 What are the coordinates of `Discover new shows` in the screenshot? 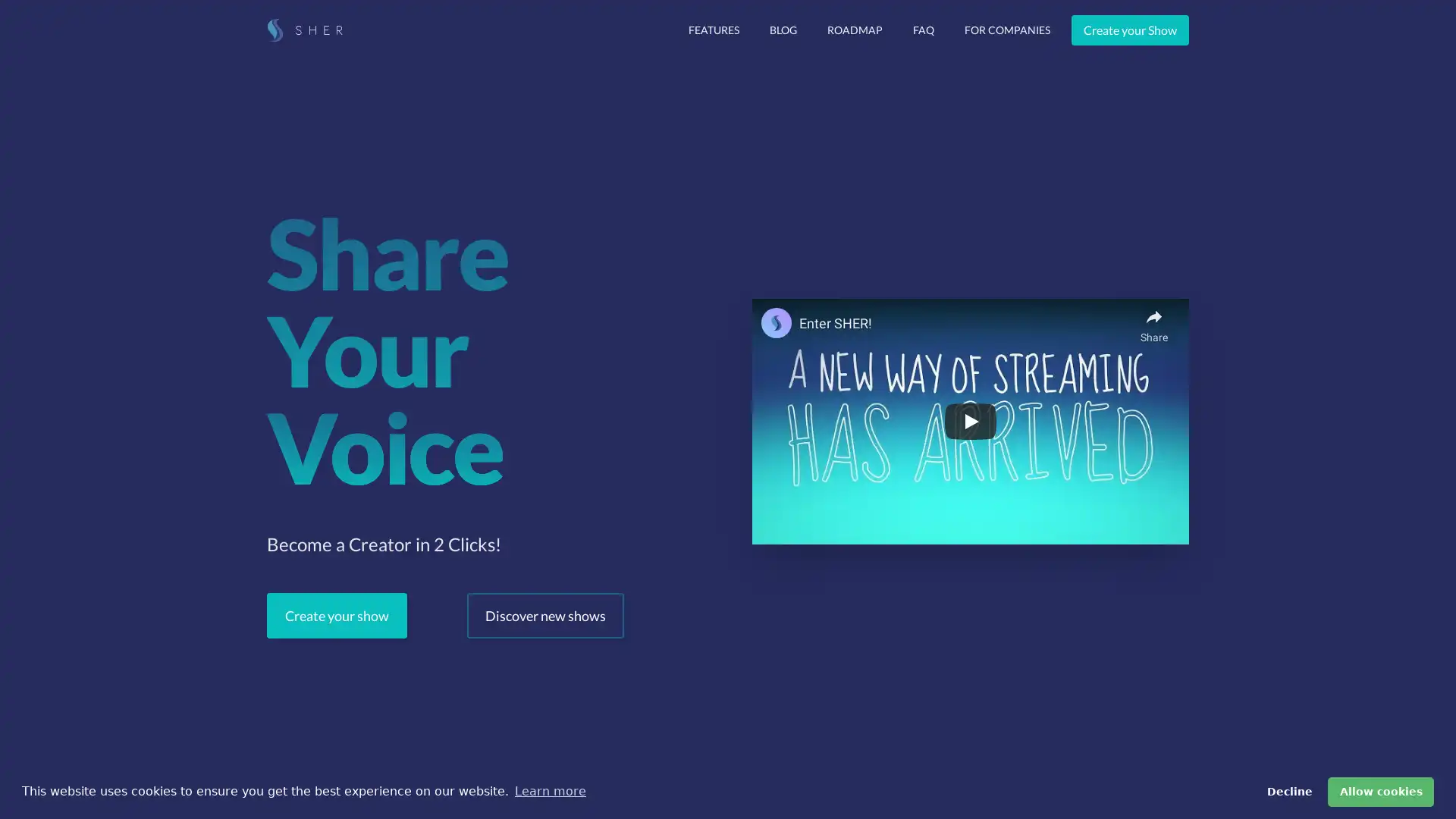 It's located at (545, 616).